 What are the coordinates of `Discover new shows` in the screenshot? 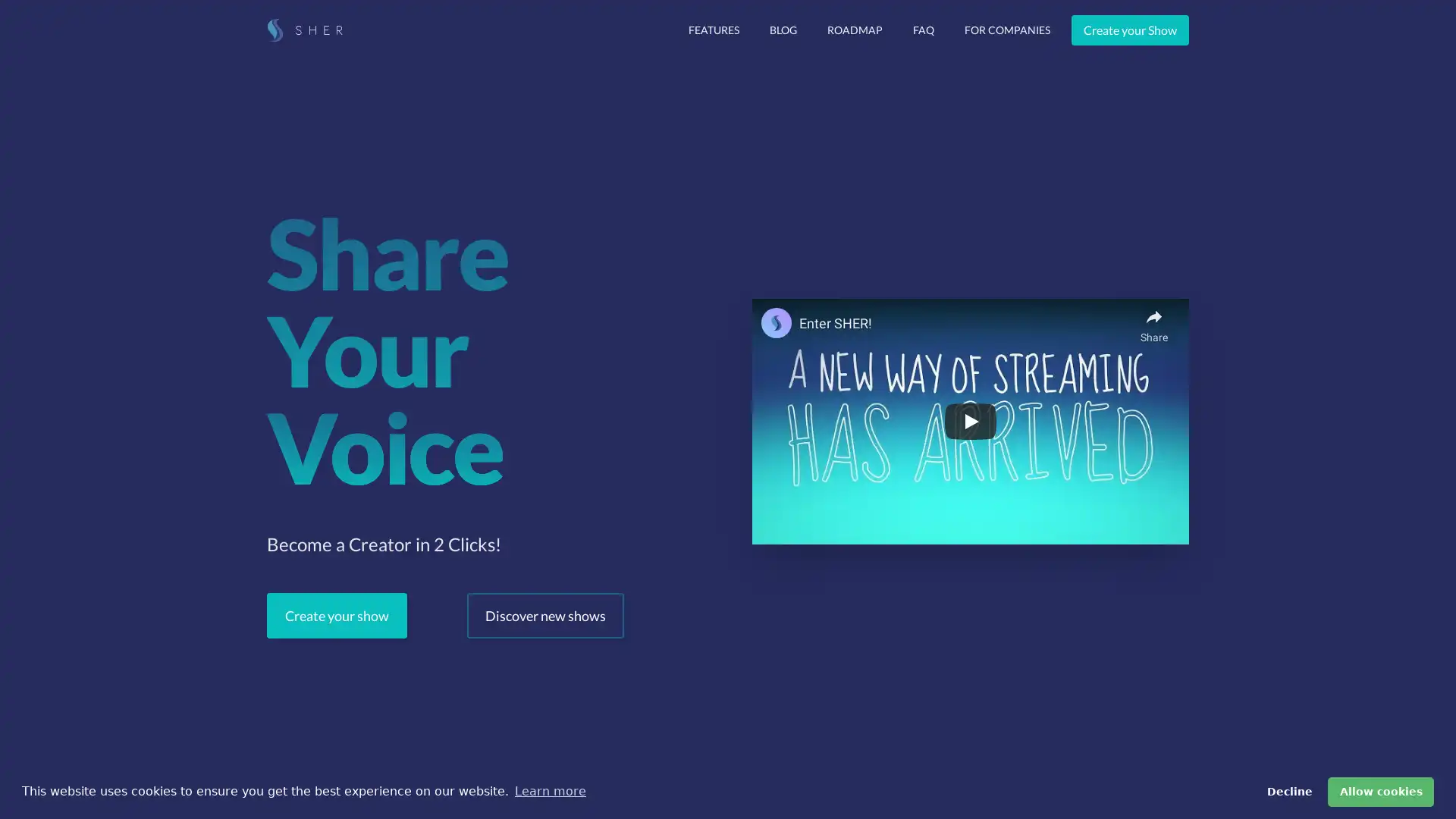 It's located at (545, 616).